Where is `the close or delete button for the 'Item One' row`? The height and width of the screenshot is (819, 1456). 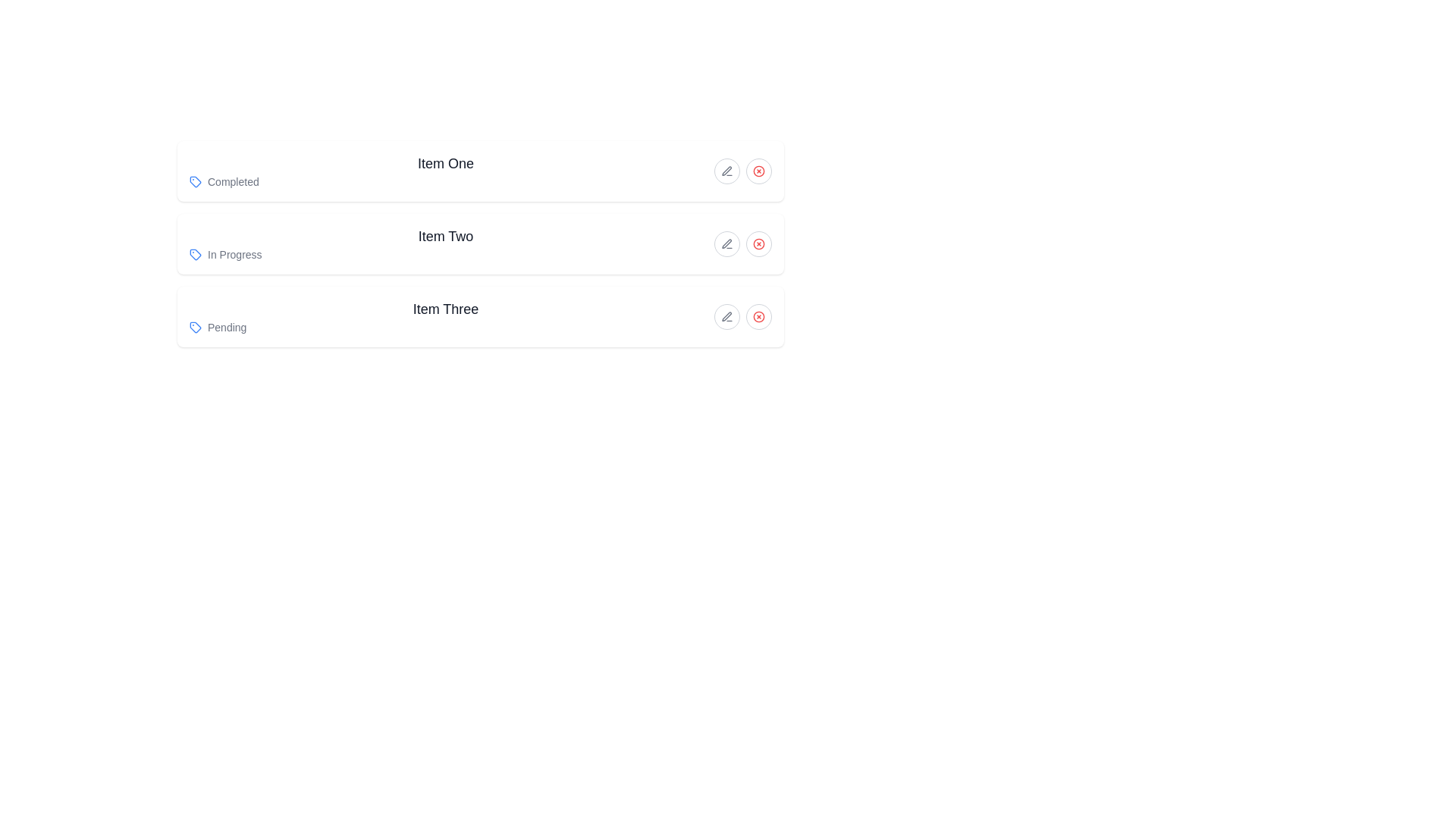
the close or delete button for the 'Item One' row is located at coordinates (759, 171).